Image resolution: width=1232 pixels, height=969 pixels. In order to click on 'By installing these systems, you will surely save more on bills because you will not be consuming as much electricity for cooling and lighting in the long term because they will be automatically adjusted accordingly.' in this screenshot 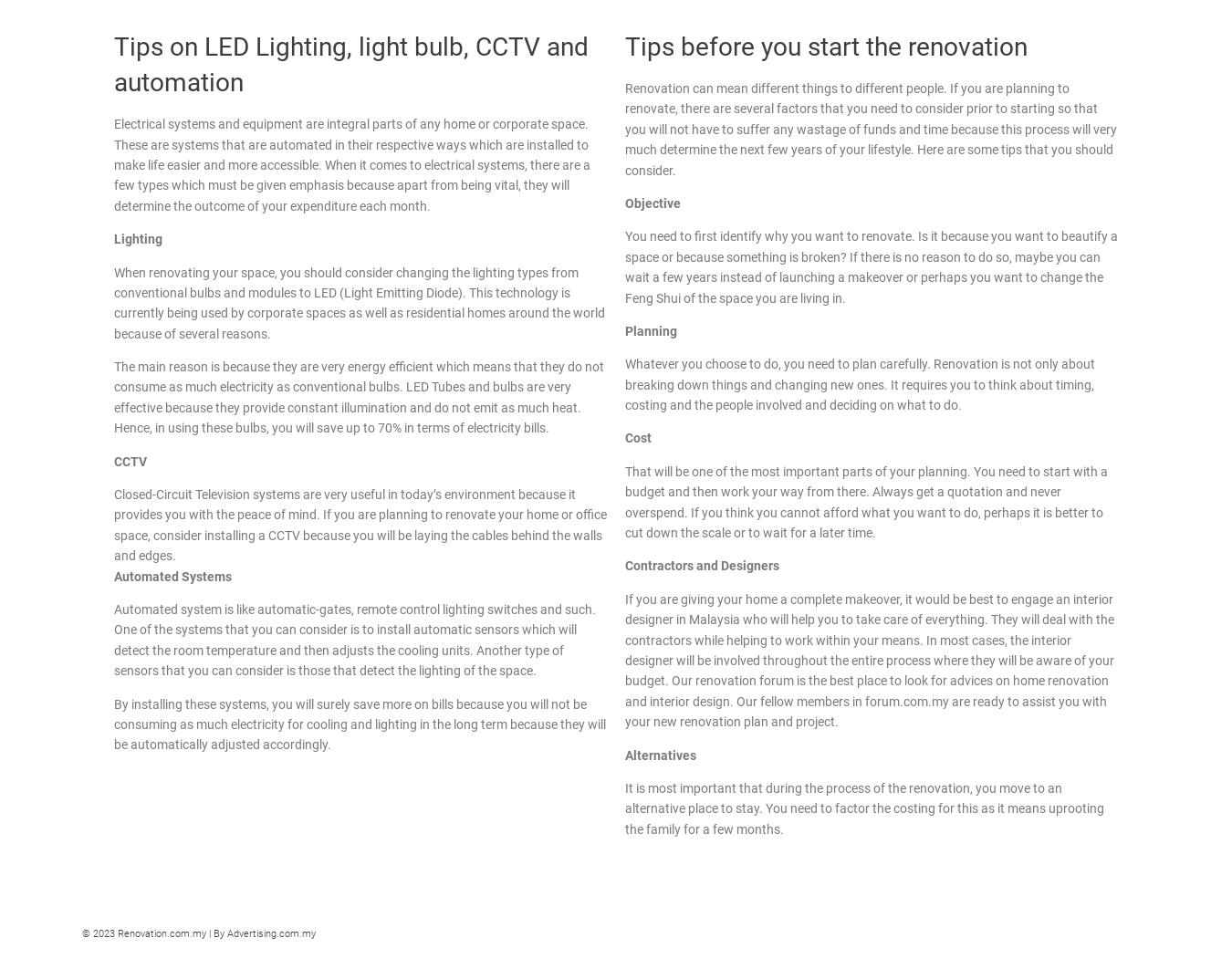, I will do `click(360, 724)`.